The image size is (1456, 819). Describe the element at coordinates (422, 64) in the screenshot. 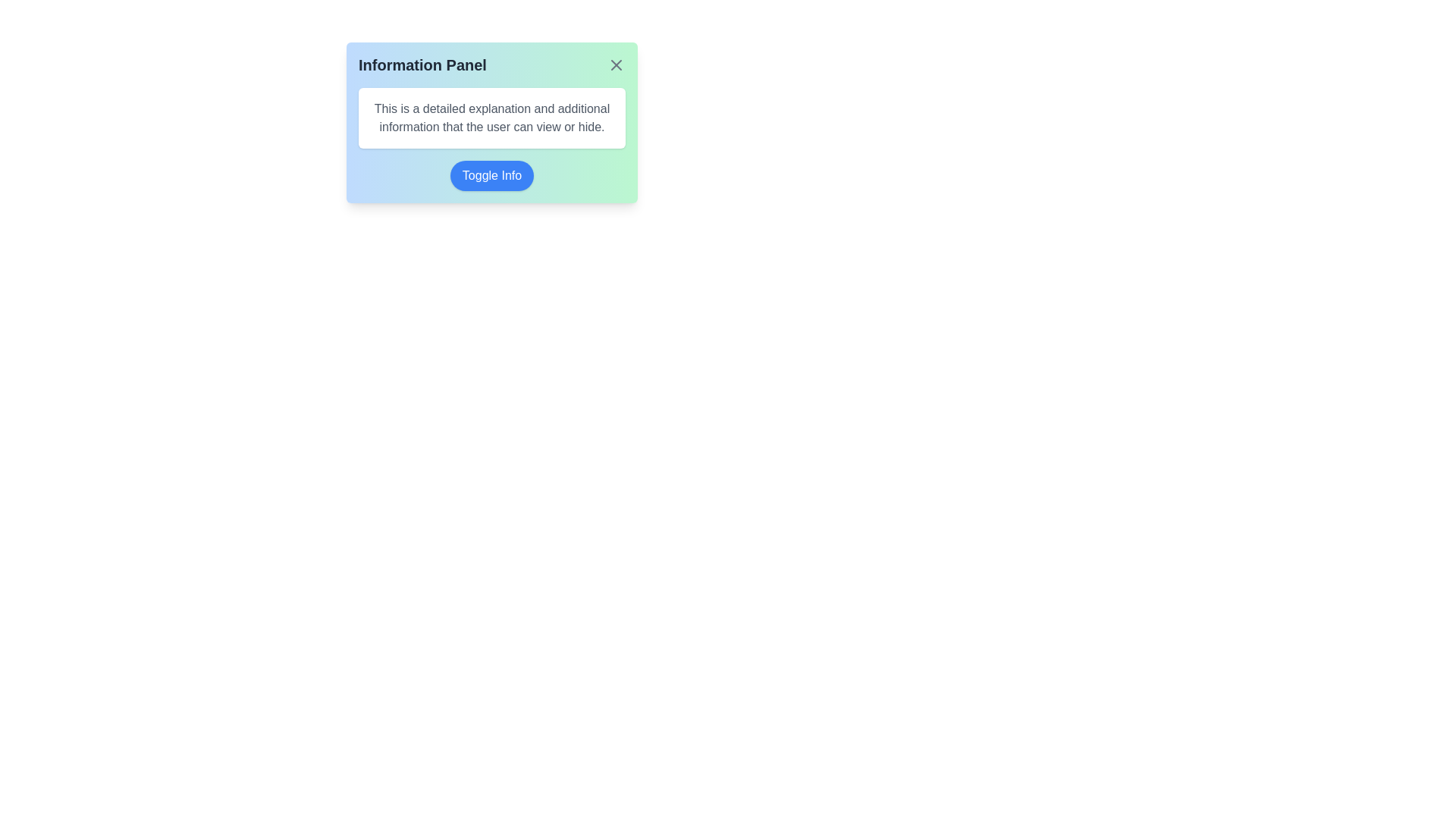

I see `the 'Information Panel' heading label, which is a prominently styled text label in bold and large font at the top-left corner of the modal` at that location.